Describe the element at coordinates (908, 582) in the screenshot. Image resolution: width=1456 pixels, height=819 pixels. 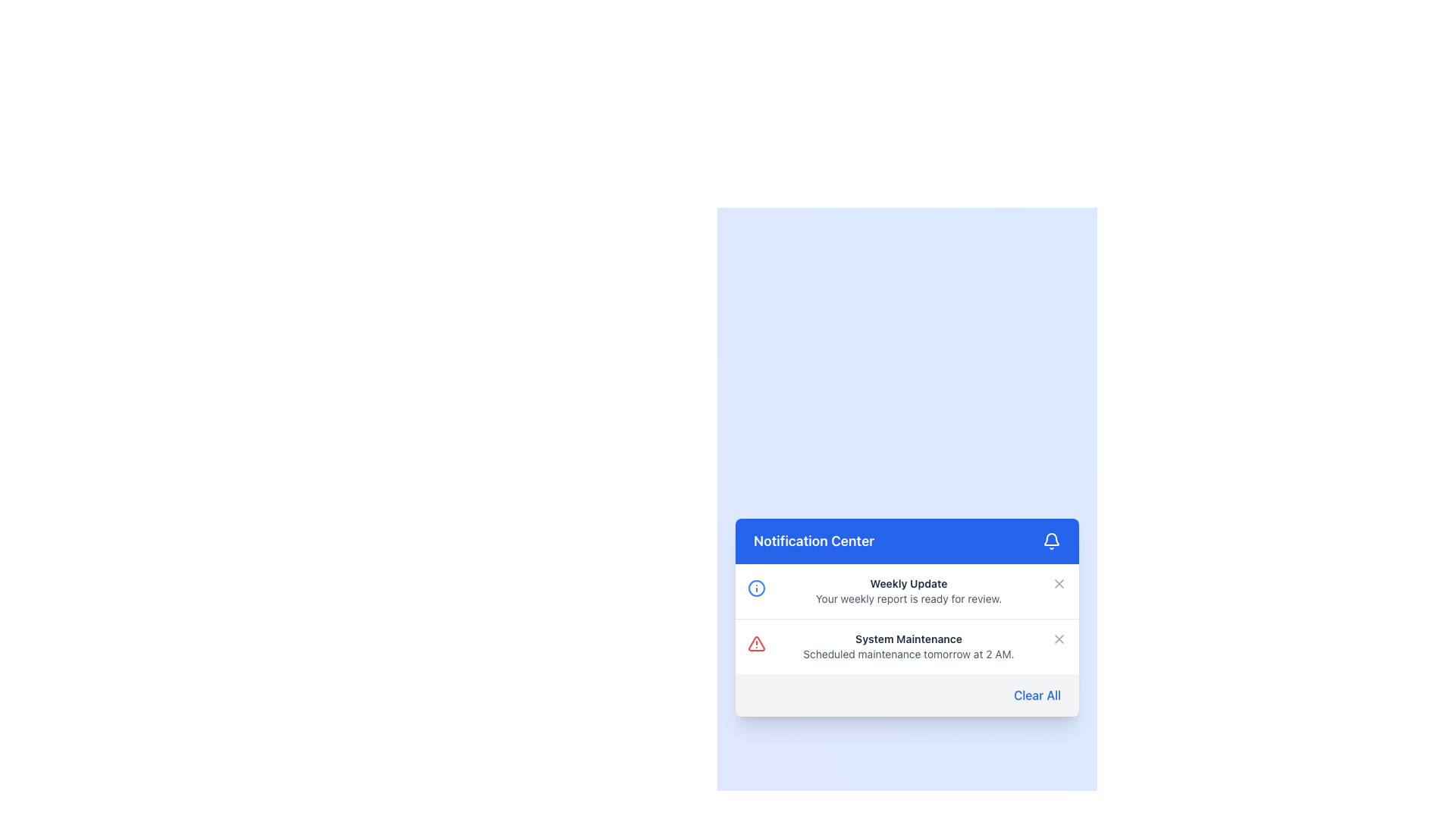
I see `the Text element that serves as a title or heading for the notification, located at the upper part of the notification panel under the 'Notification Center' header` at that location.